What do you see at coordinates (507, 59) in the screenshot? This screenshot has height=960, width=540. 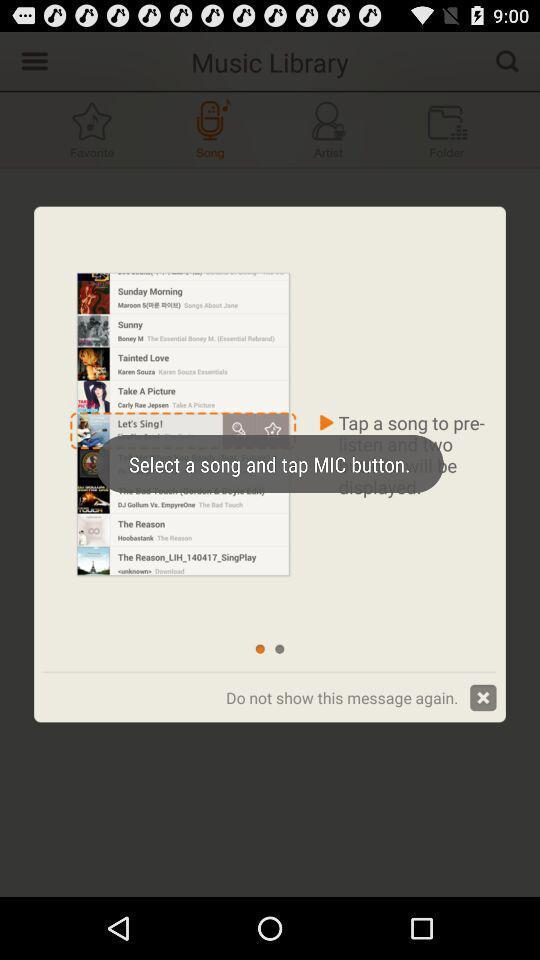 I see `search` at bounding box center [507, 59].